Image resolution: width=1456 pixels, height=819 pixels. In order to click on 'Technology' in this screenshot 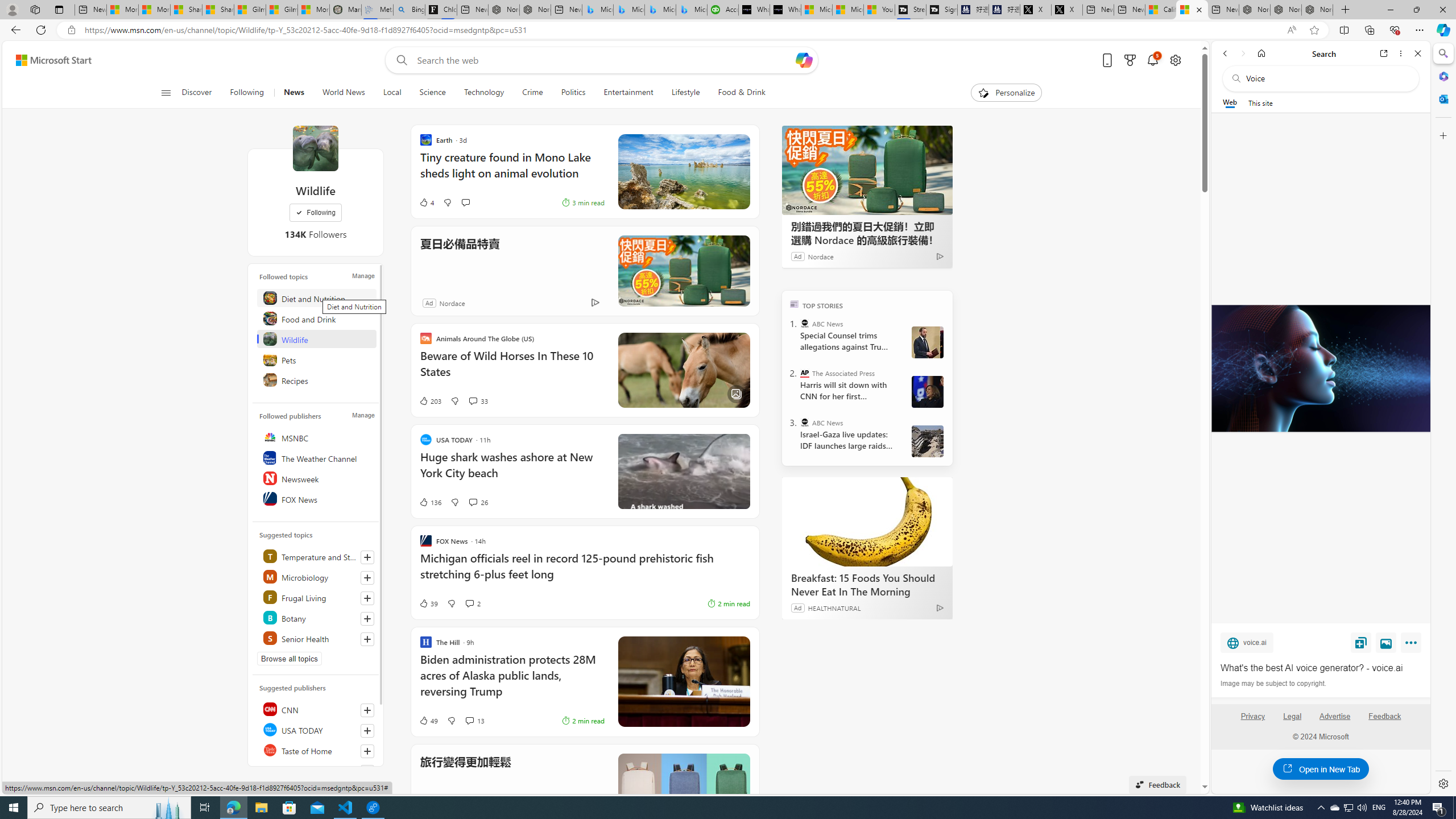, I will do `click(482, 92)`.